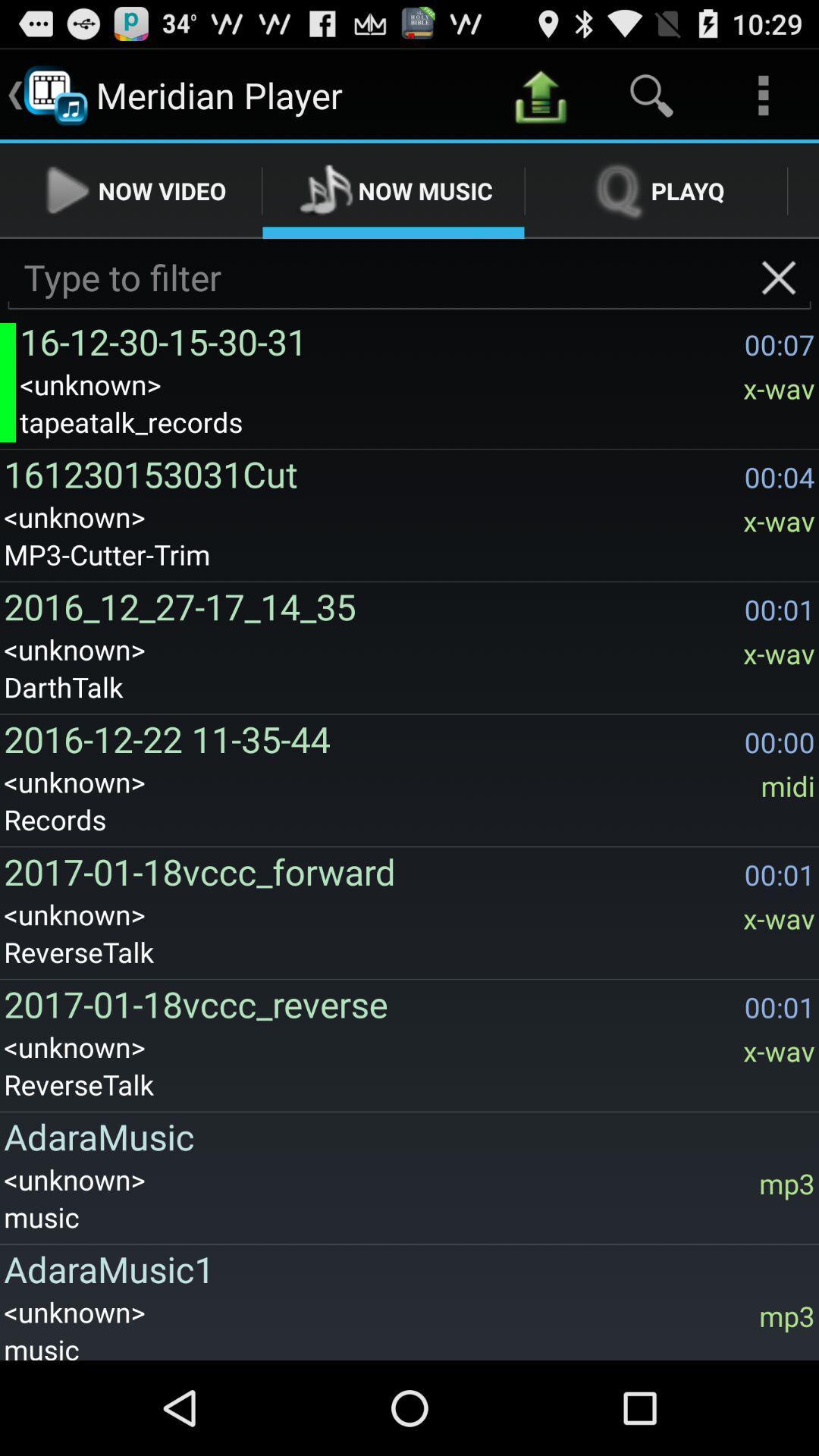  Describe the element at coordinates (779, 278) in the screenshot. I see `the current window` at that location.